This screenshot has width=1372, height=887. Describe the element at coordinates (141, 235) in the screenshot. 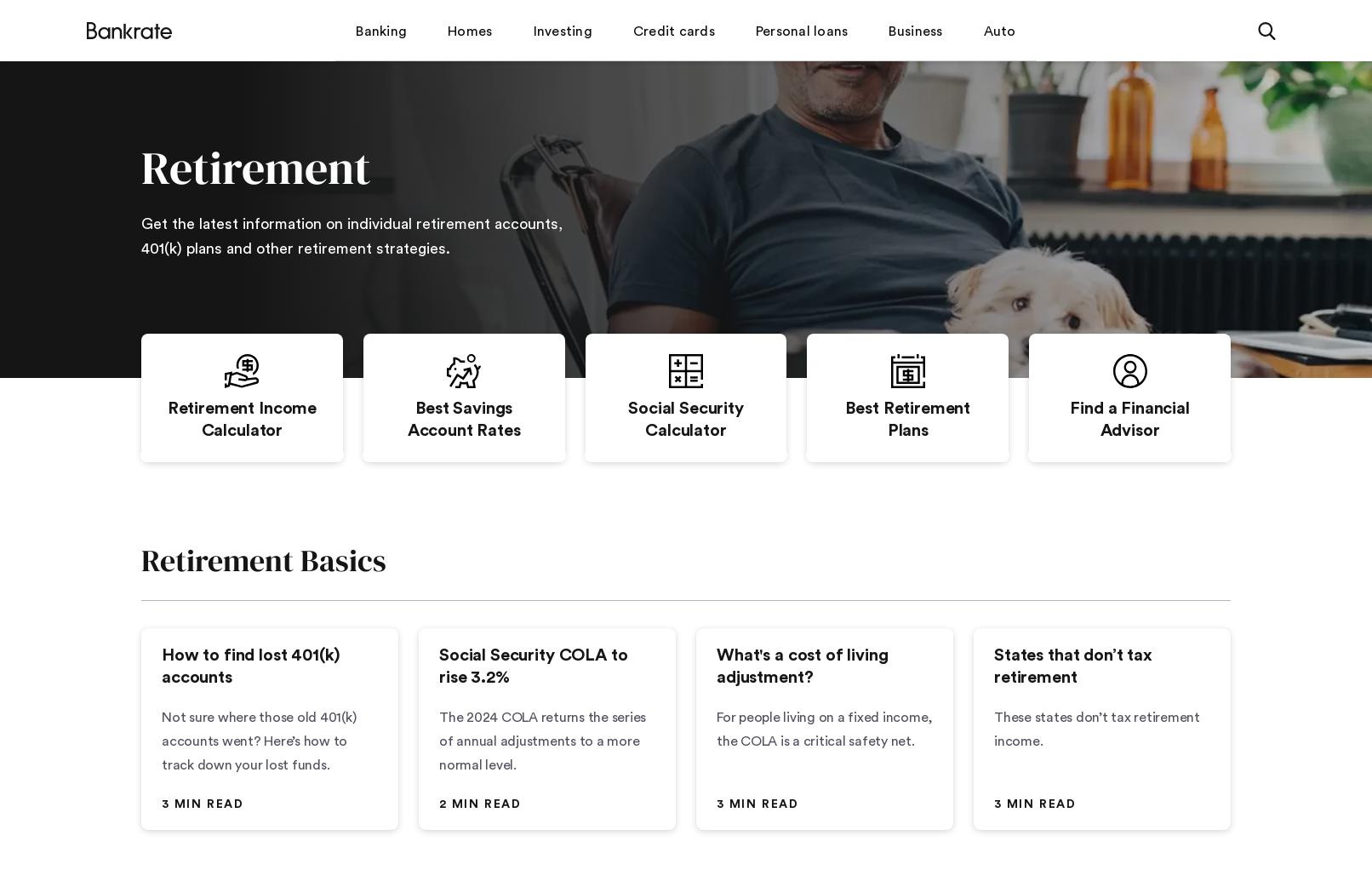

I see `'Get the latest information on individual retirement accounts, 401(k) plans and other retirement strategies.'` at that location.